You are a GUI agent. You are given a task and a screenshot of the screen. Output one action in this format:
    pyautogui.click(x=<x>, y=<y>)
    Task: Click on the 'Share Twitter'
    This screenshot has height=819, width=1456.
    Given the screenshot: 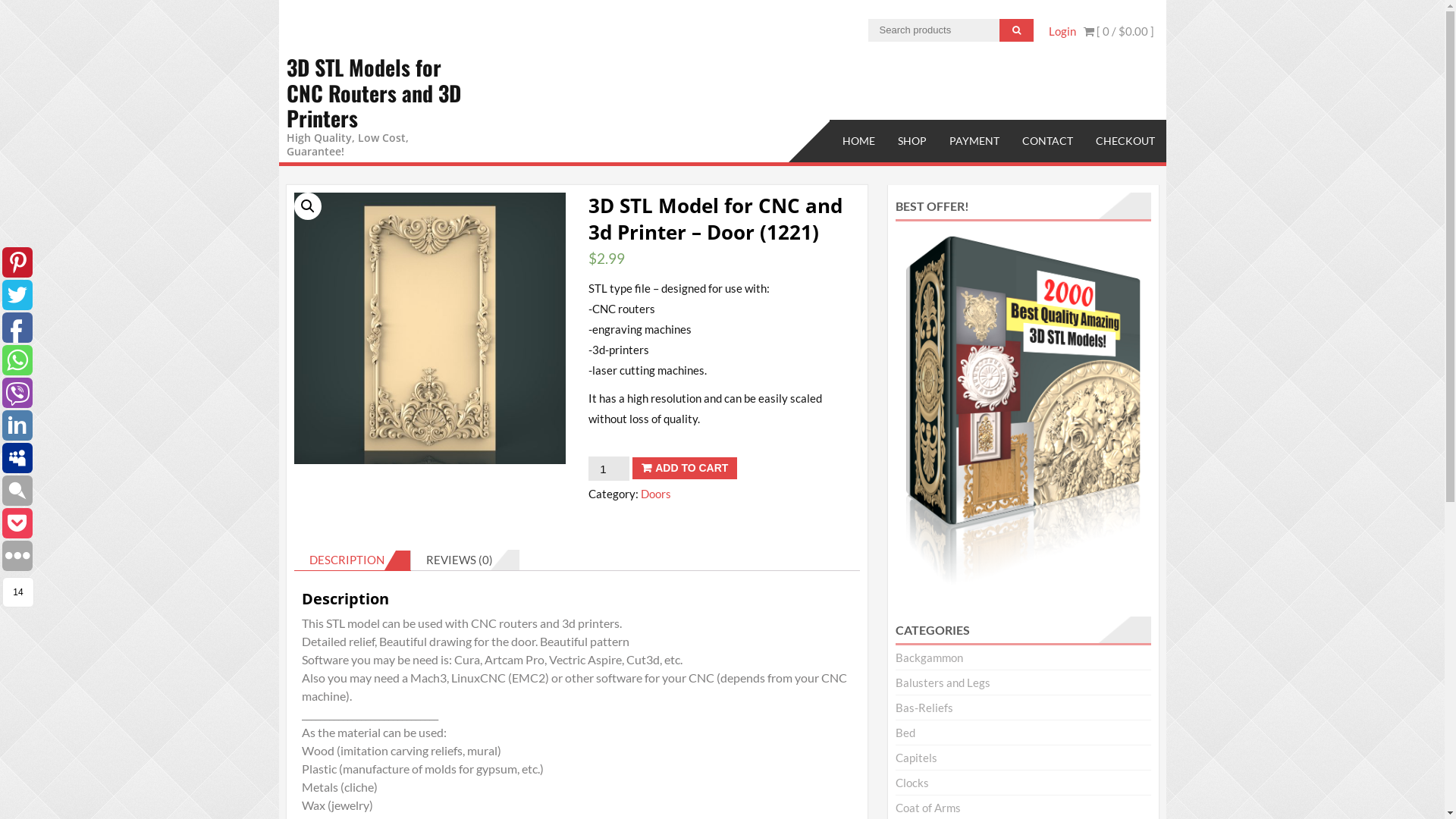 What is the action you would take?
    pyautogui.click(x=17, y=295)
    